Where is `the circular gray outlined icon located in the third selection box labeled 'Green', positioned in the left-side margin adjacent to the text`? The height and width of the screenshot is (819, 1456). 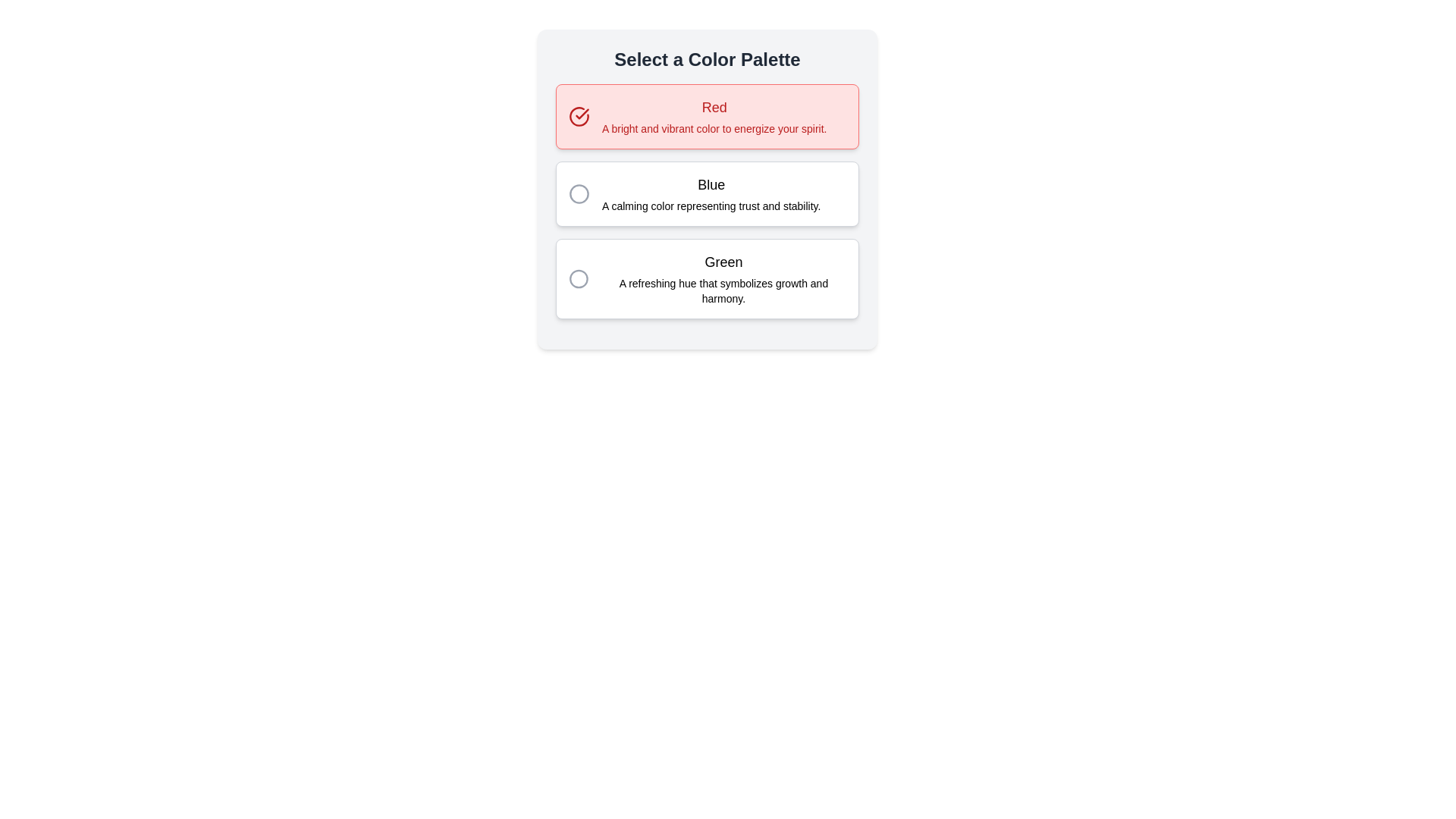 the circular gray outlined icon located in the third selection box labeled 'Green', positioned in the left-side margin adjacent to the text is located at coordinates (578, 278).